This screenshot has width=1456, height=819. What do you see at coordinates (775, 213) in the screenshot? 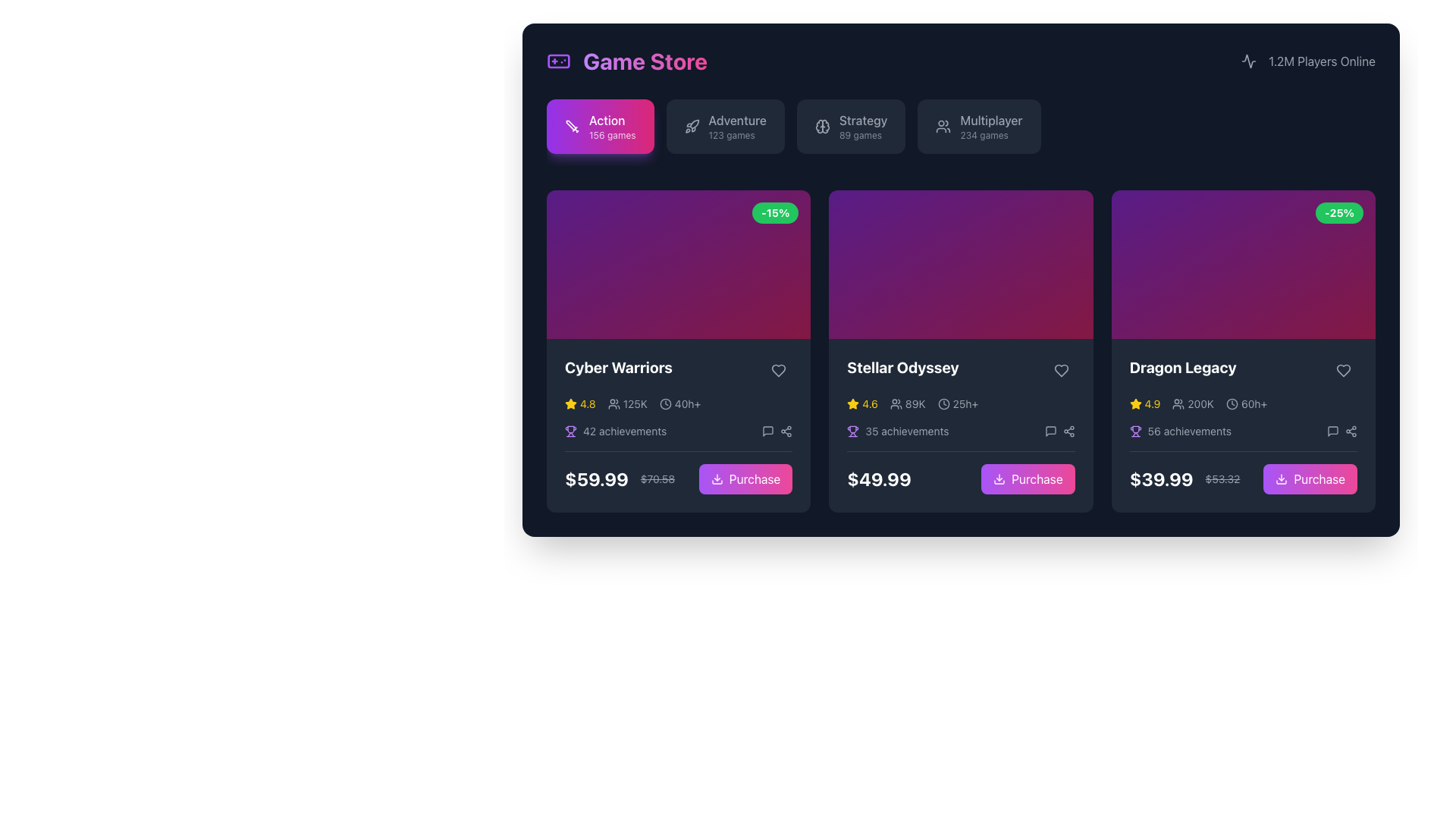
I see `the green badge with the text '-15%' displayed in white, located in the top-right corner of the first card in a three-card layout` at bounding box center [775, 213].